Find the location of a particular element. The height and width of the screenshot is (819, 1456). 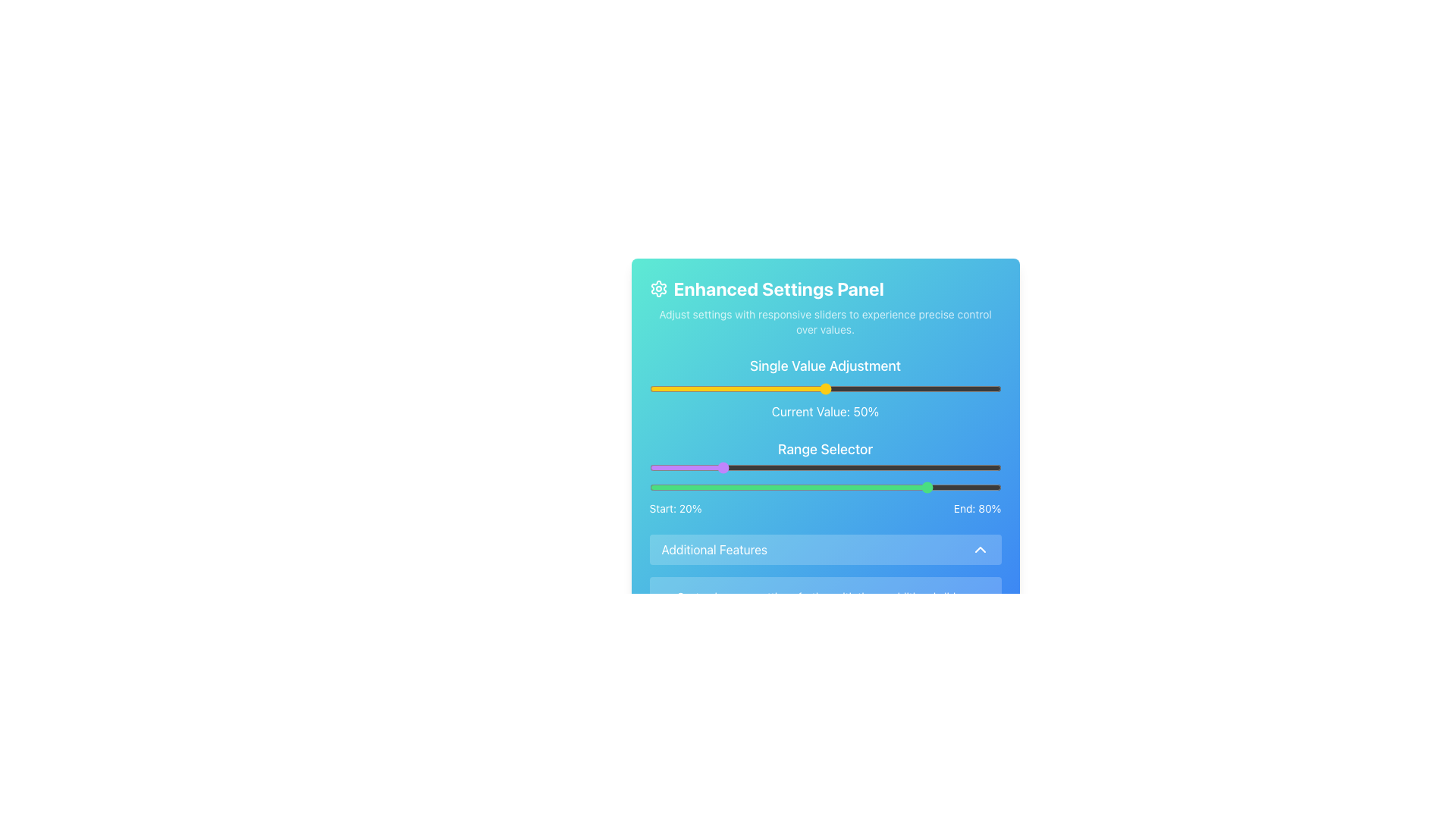

the decorative settings icon located near the top-left corner of the interface, adjacent to the title 'Enhanced Settings Panel' is located at coordinates (658, 289).